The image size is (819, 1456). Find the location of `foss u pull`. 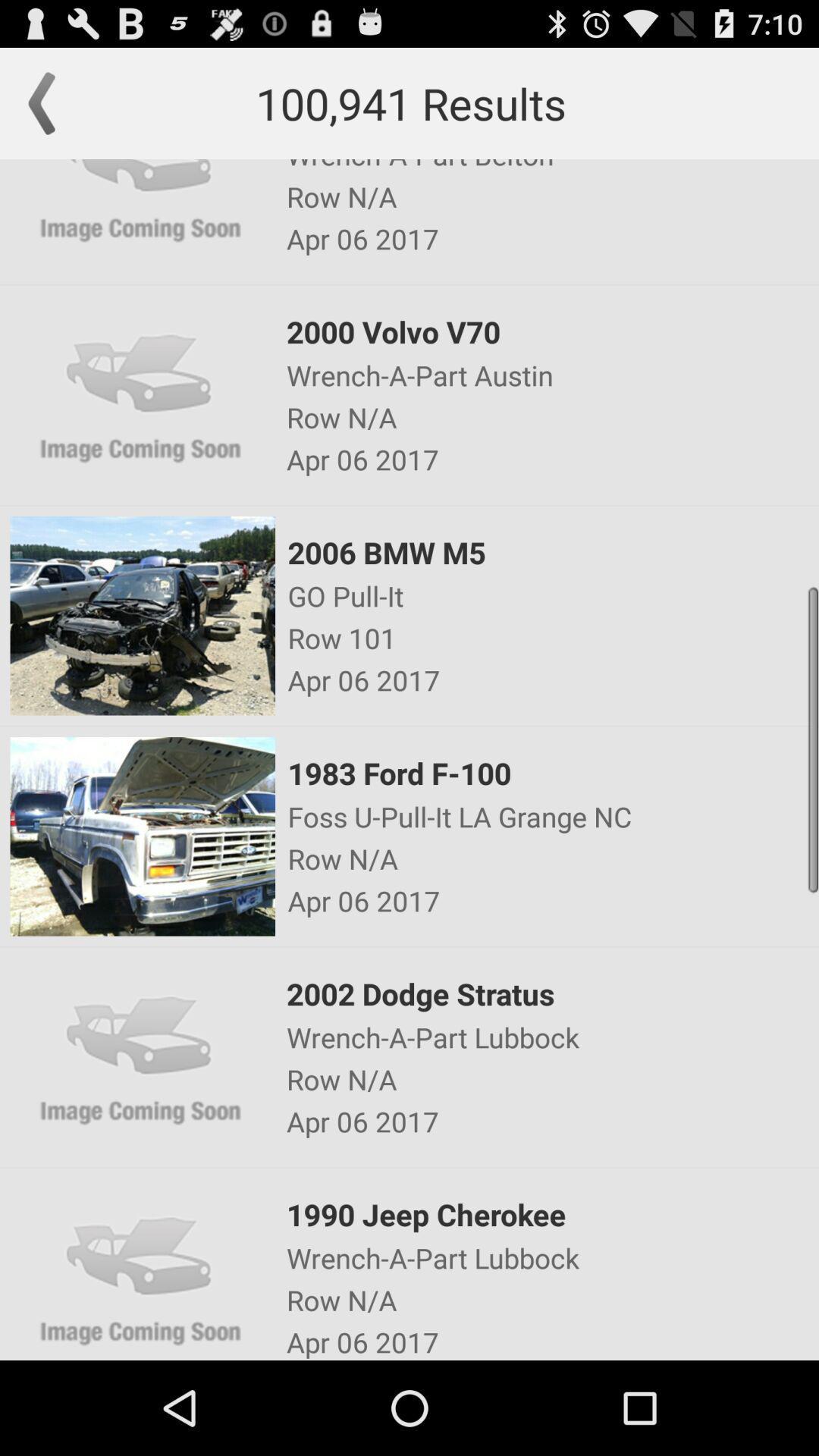

foss u pull is located at coordinates (552, 815).